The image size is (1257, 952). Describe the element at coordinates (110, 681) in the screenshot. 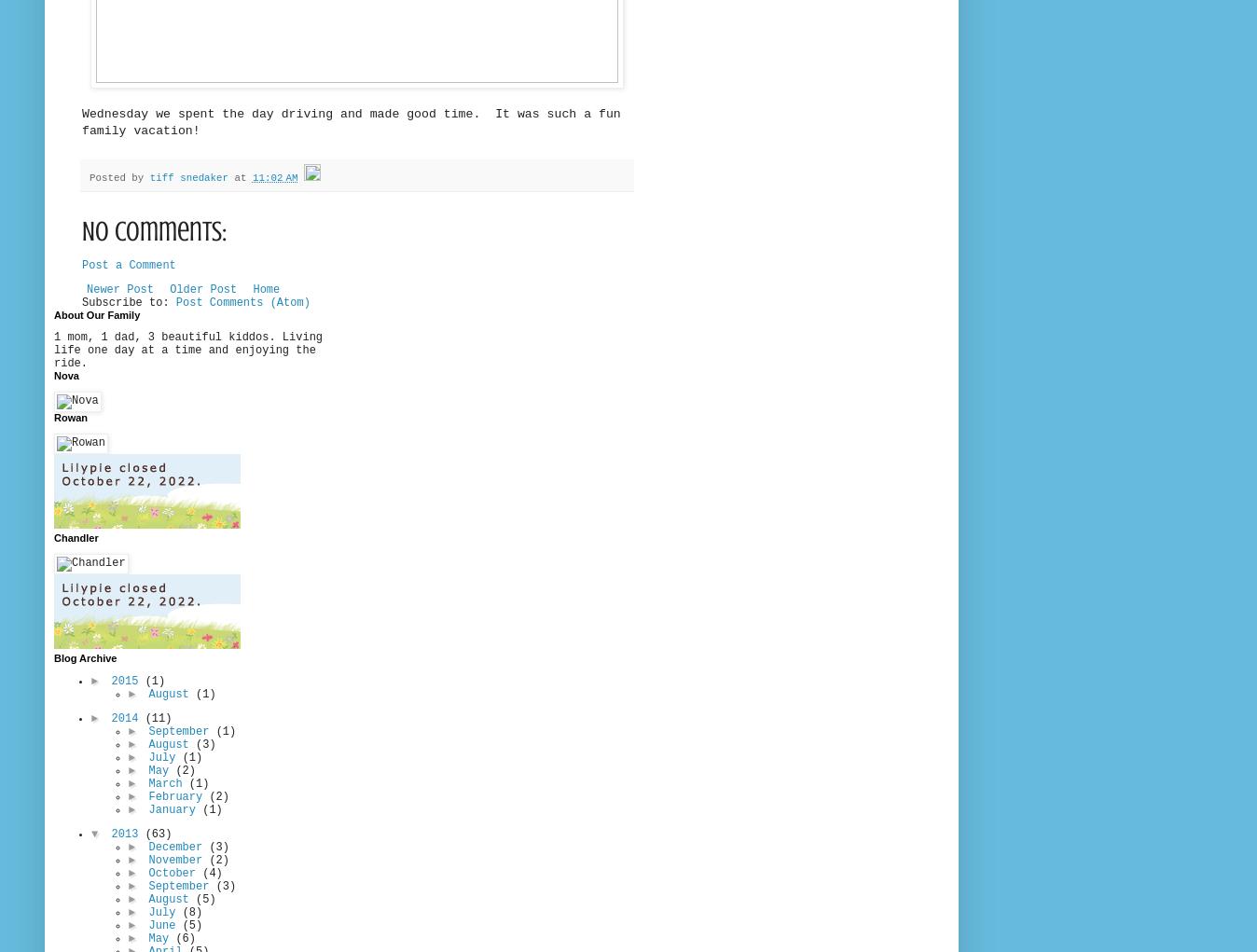

I see `'2015'` at that location.